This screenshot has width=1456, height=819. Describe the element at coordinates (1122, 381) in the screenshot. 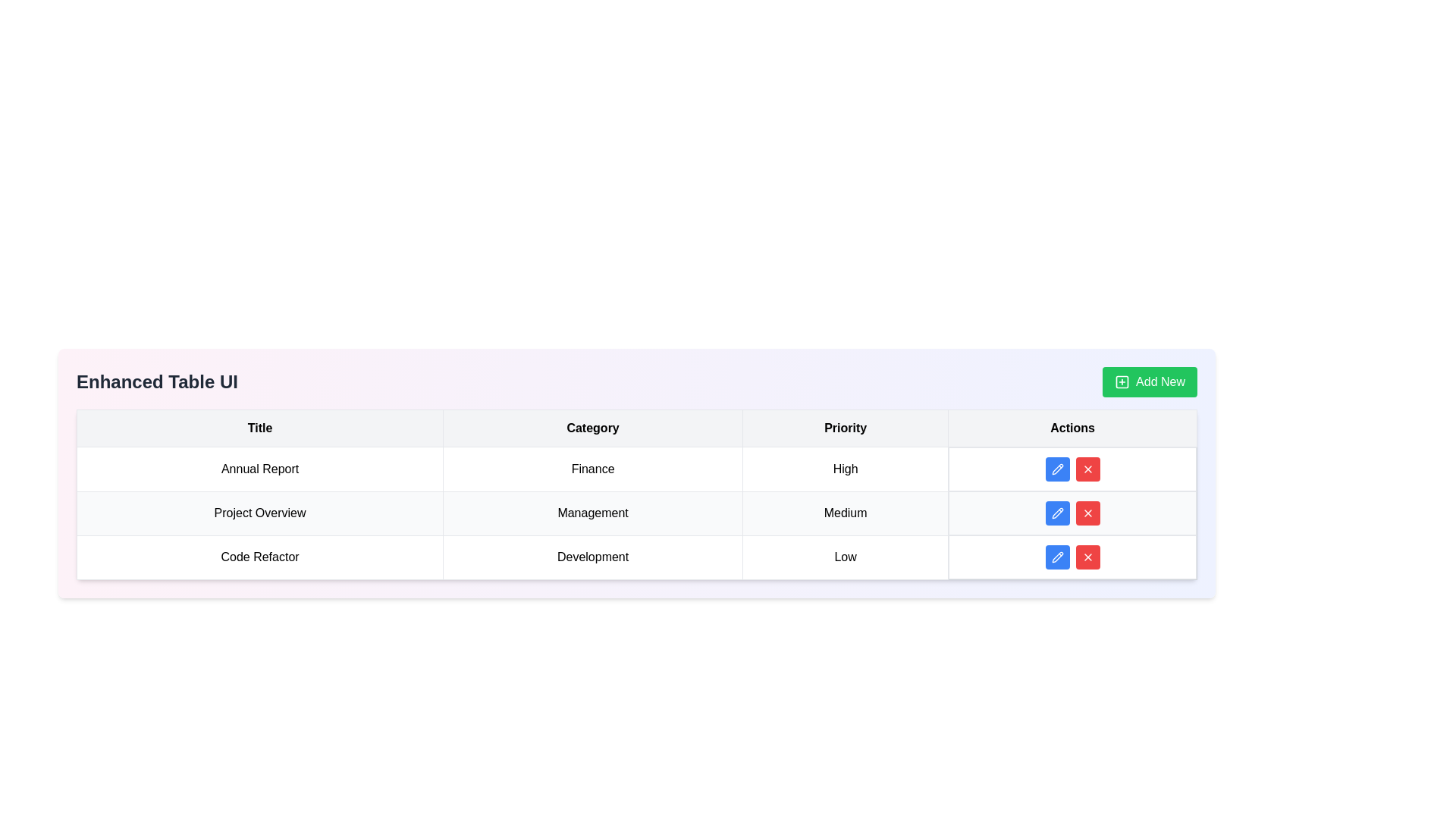

I see `the square-shaped icon with a plus sign in the center, which is part of the 'Add New' button located in the top-right corner of the main interface` at that location.